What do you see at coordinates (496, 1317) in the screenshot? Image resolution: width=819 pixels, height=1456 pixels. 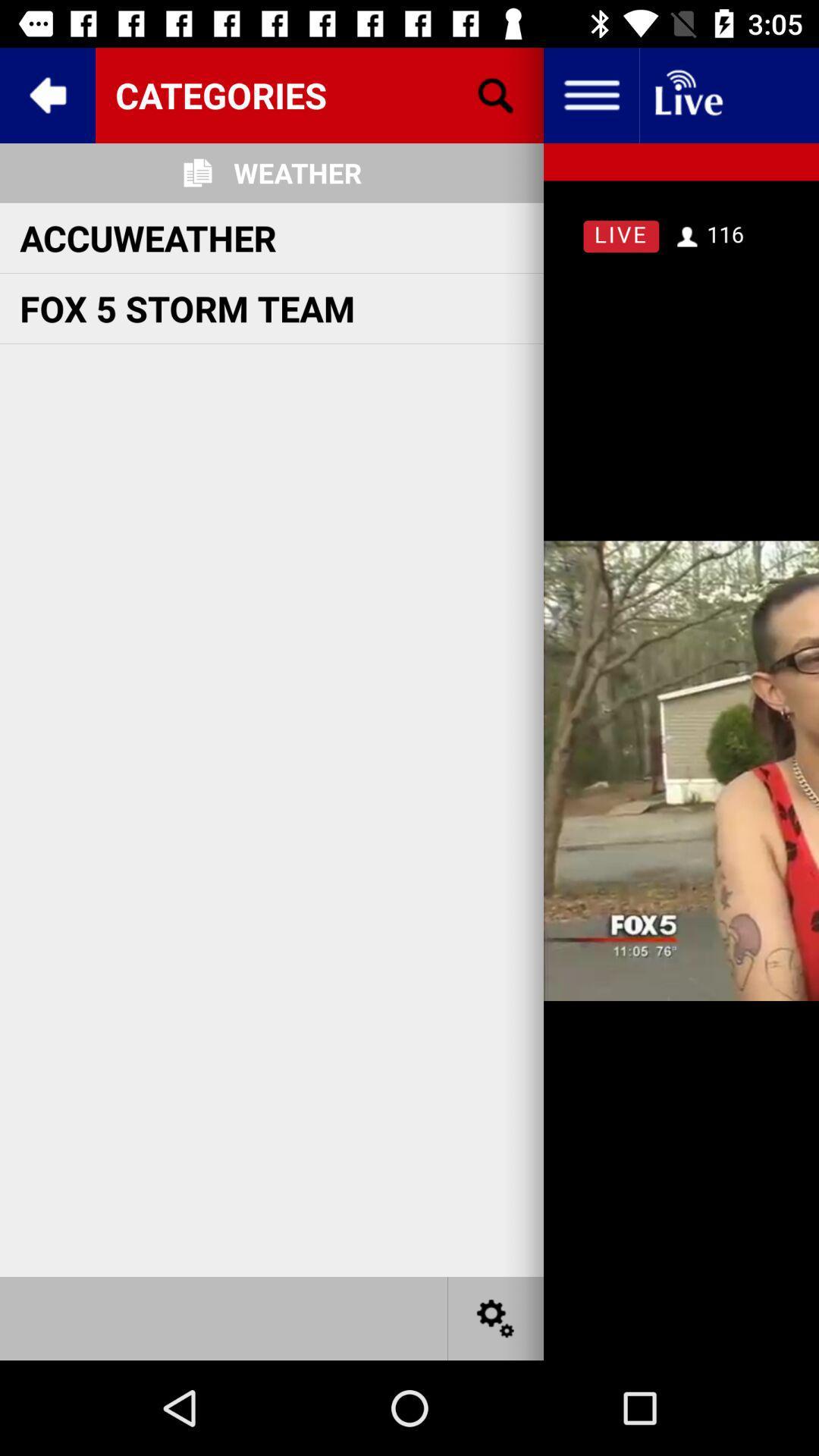 I see `the settings icon` at bounding box center [496, 1317].